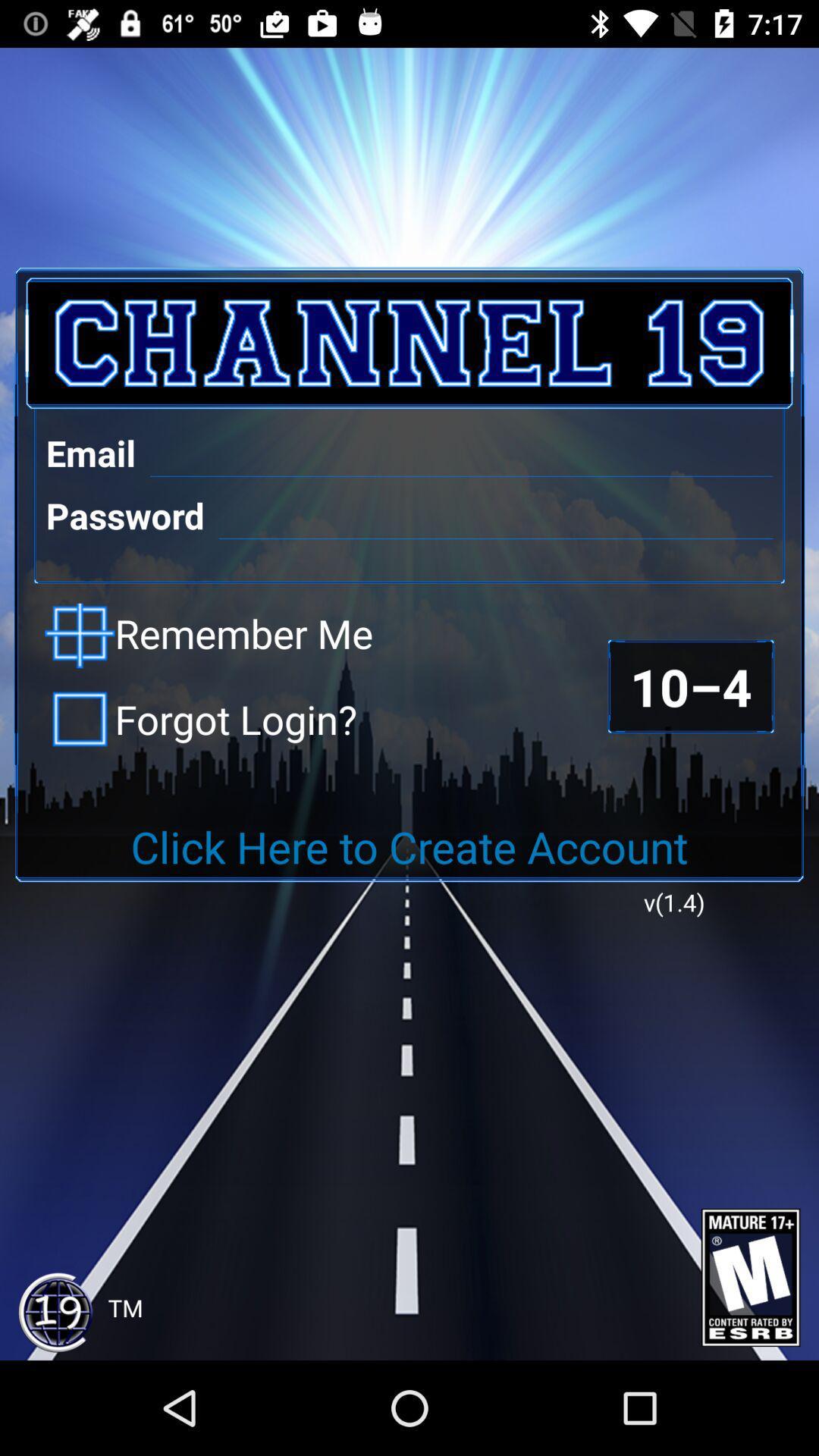 The height and width of the screenshot is (1456, 819). Describe the element at coordinates (691, 686) in the screenshot. I see `item above click here to item` at that location.